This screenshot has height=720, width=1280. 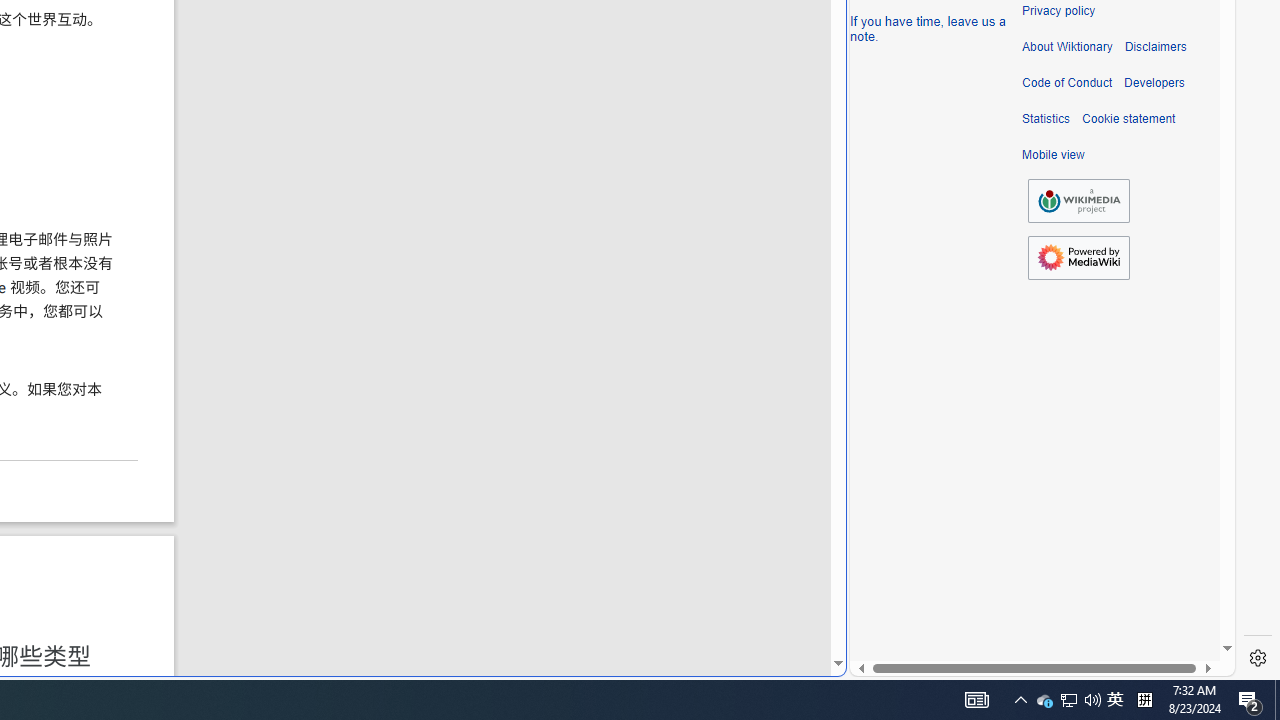 What do you see at coordinates (1066, 82) in the screenshot?
I see `'Code of Conduct'` at bounding box center [1066, 82].